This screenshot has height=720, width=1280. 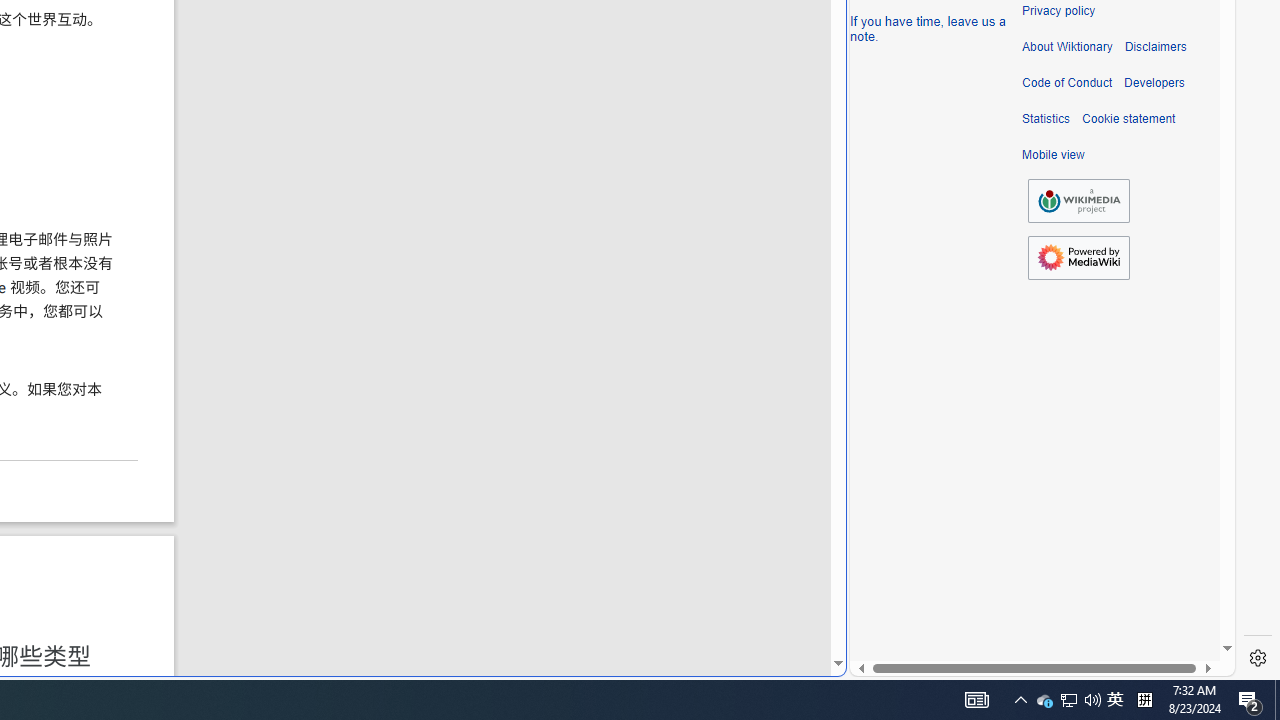 What do you see at coordinates (1066, 82) in the screenshot?
I see `'Code of Conduct'` at bounding box center [1066, 82].